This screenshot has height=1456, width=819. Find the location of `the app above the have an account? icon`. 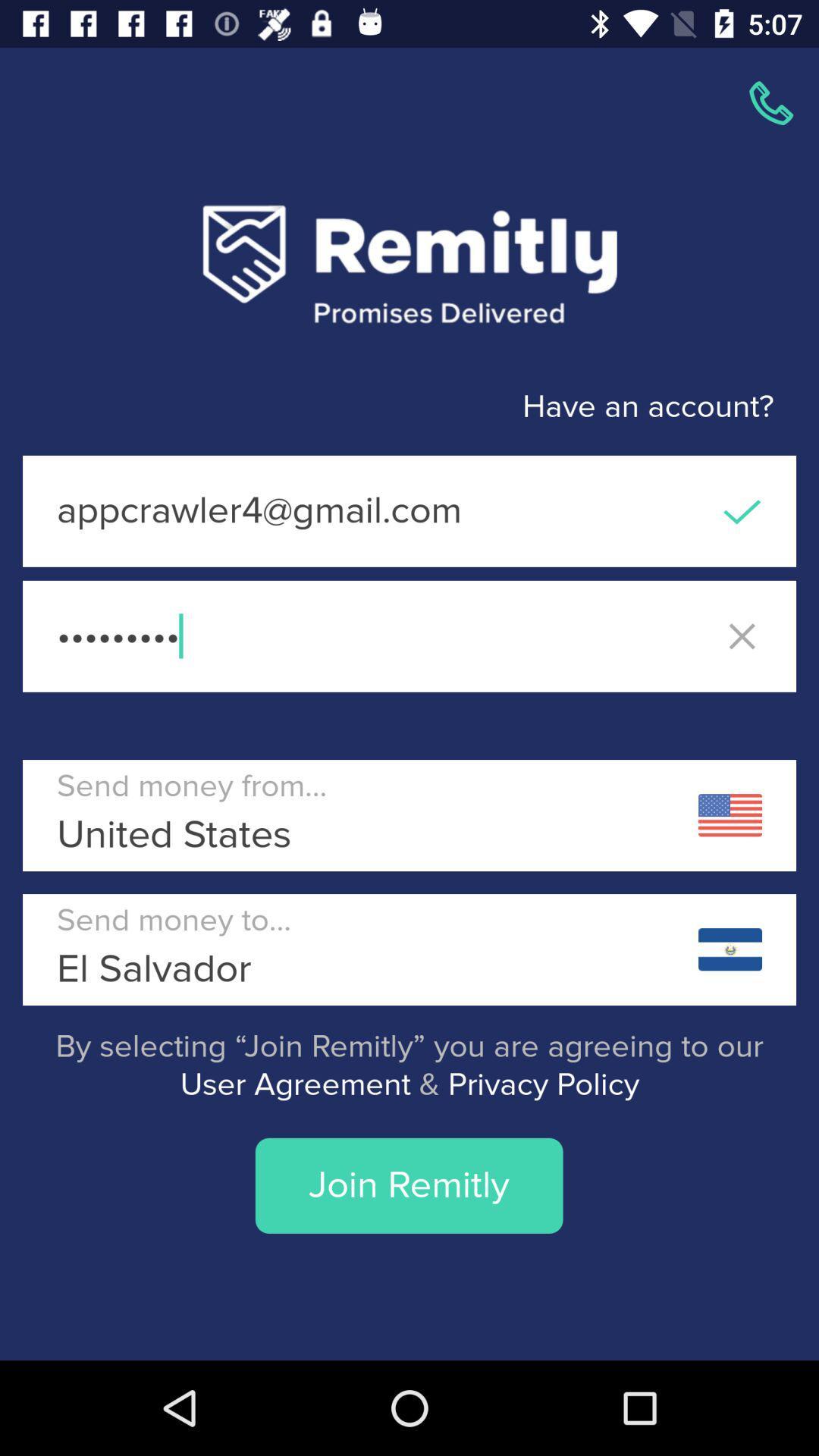

the app above the have an account? icon is located at coordinates (771, 102).